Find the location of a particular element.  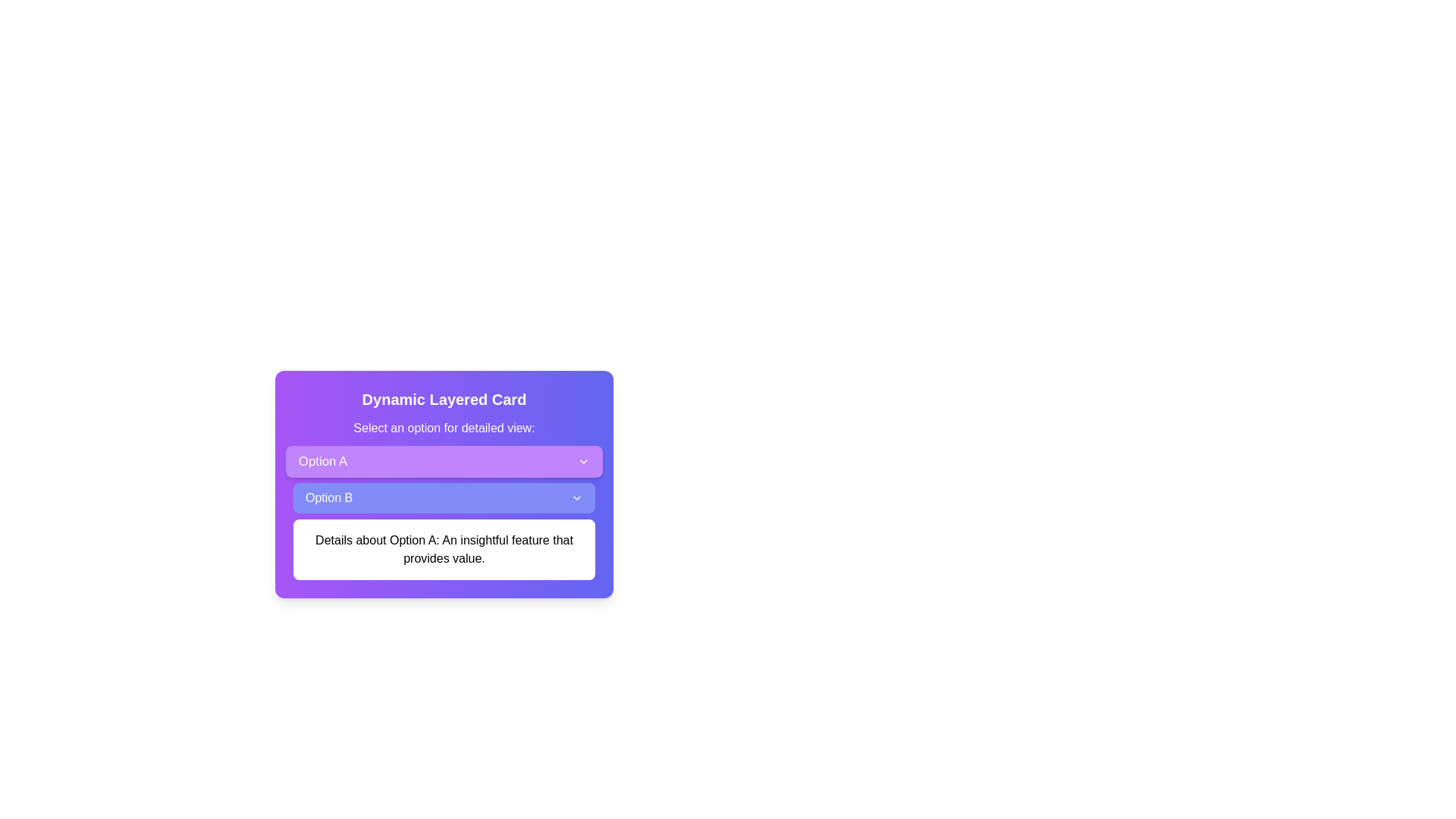

the text label that serves as the title of the card, which is positioned at the top of the card above all other elements is located at coordinates (443, 399).